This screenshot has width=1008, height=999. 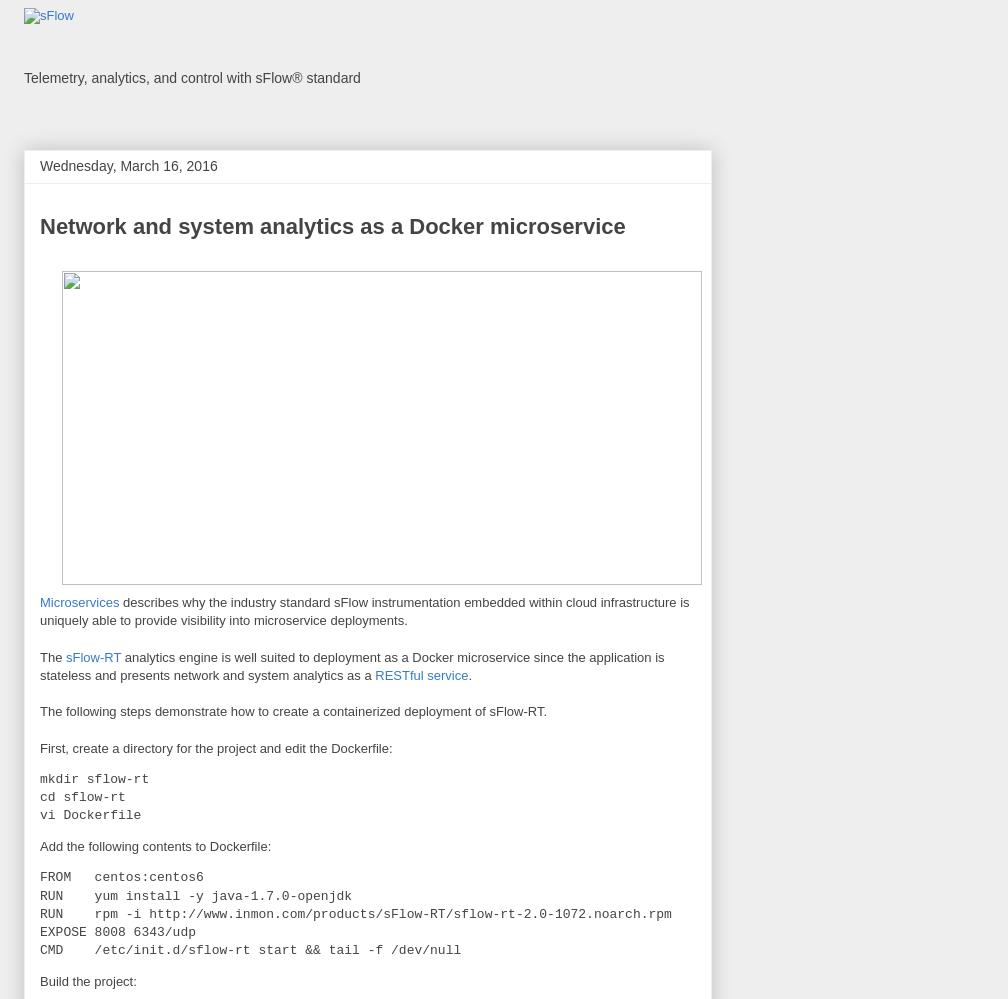 What do you see at coordinates (364, 610) in the screenshot?
I see `'describes why the industry standard sFlow instrumentation embedded within cloud infrastructure is uniquely able to provide visibility into microservice deployments.'` at bounding box center [364, 610].